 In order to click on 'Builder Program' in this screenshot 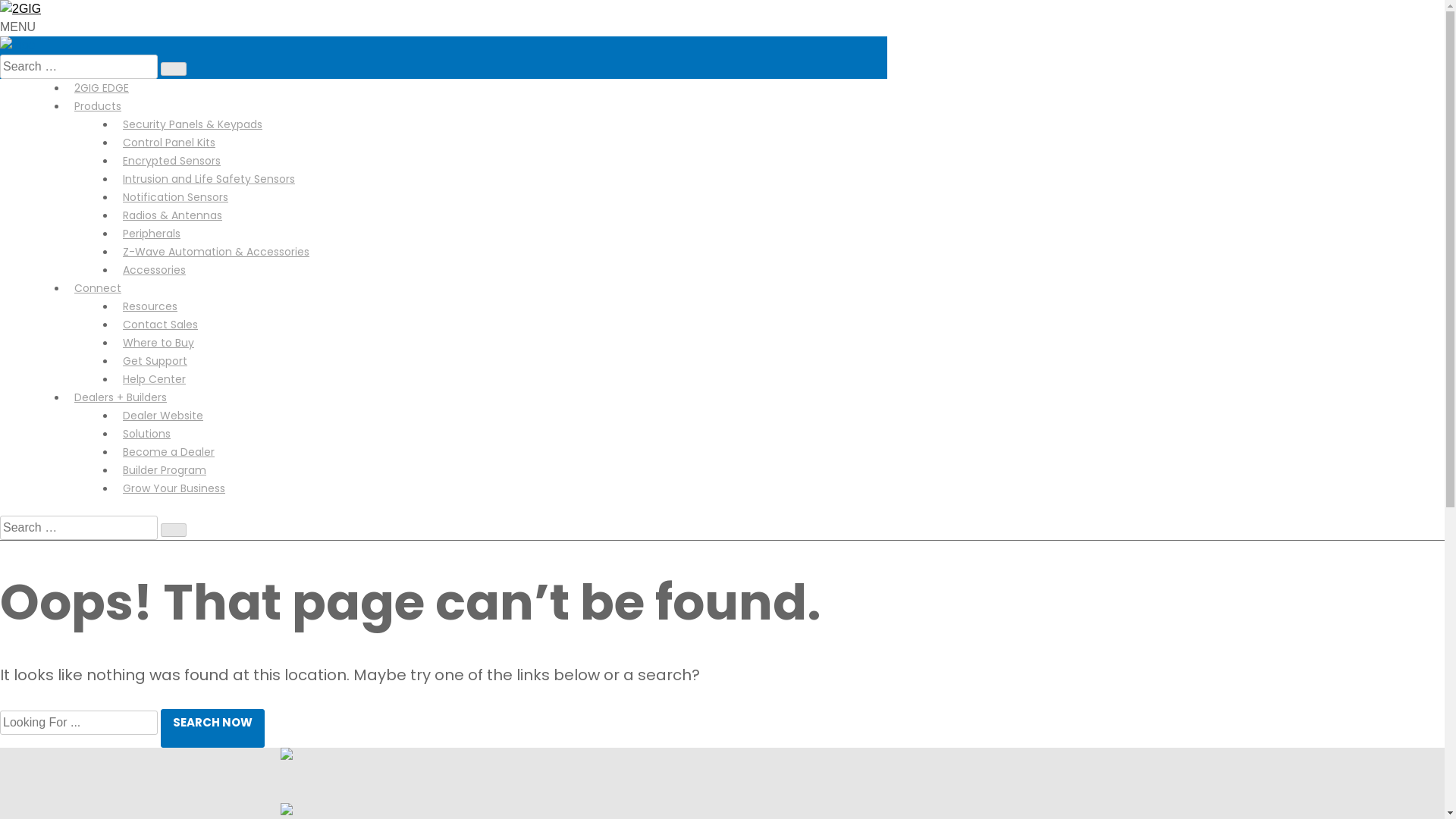, I will do `click(164, 469)`.